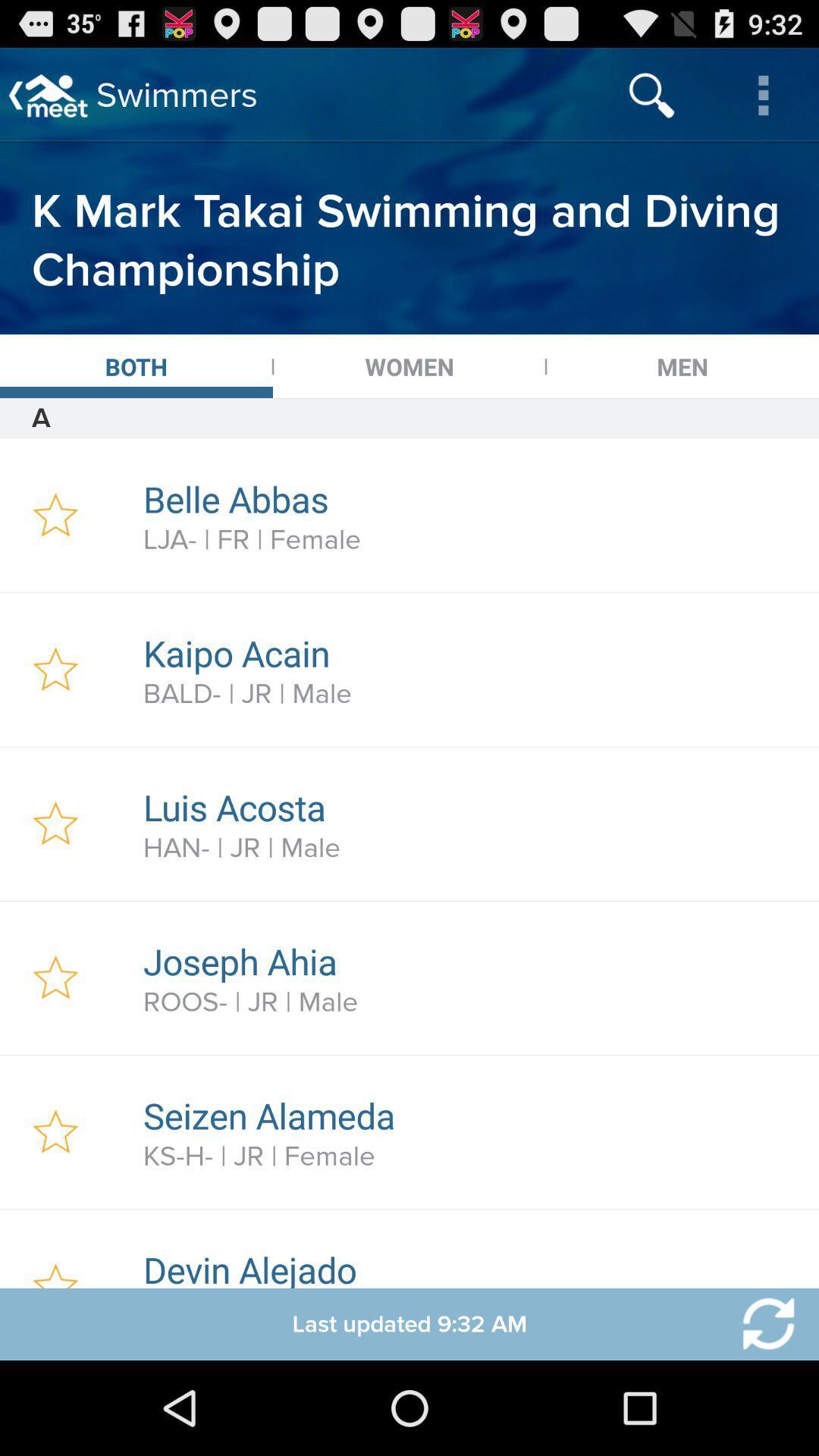 This screenshot has width=819, height=1456. Describe the element at coordinates (55, 978) in the screenshot. I see `this option was favourite button` at that location.